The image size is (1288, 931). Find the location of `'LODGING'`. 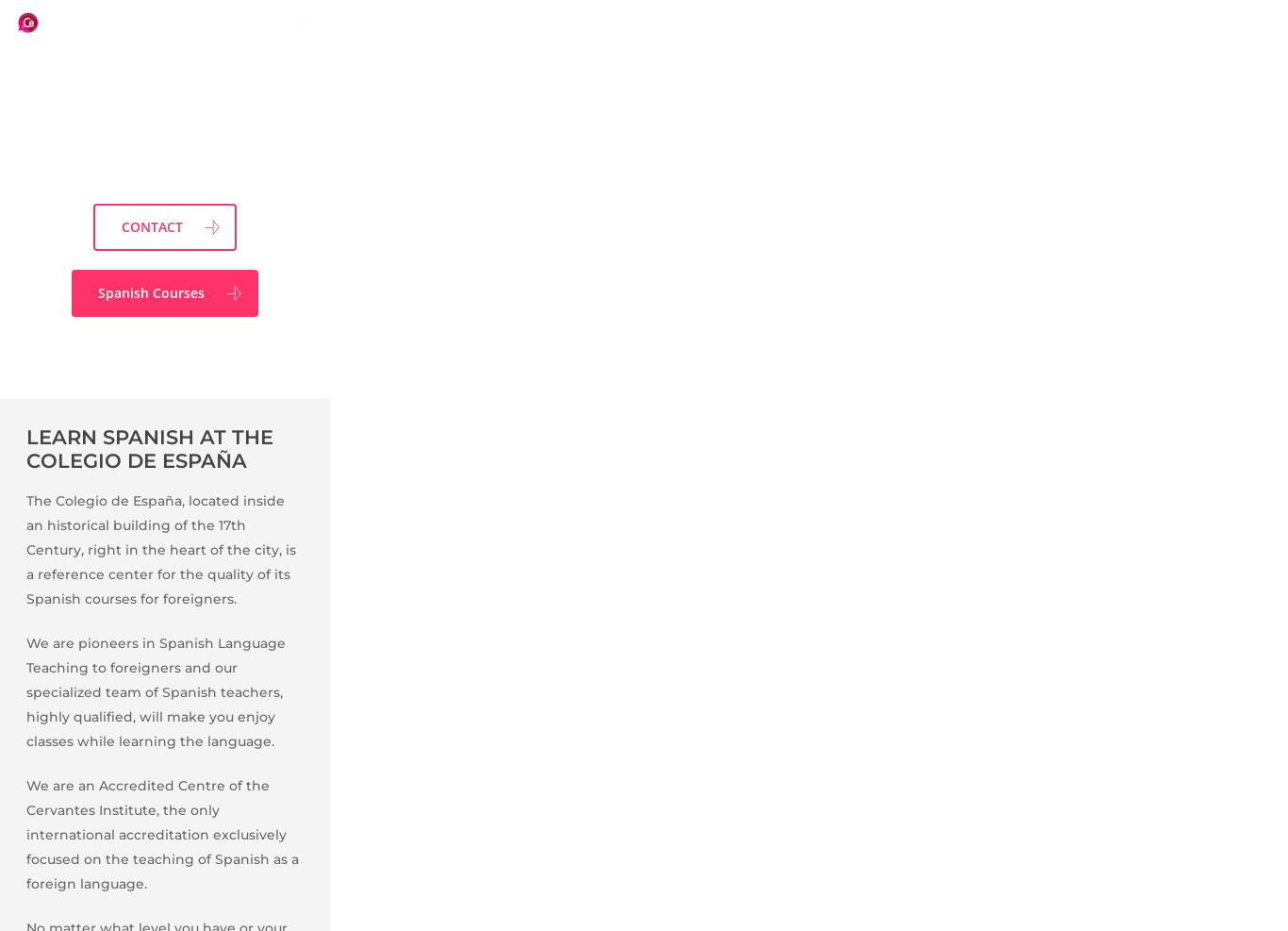

'LODGING' is located at coordinates (256, 837).